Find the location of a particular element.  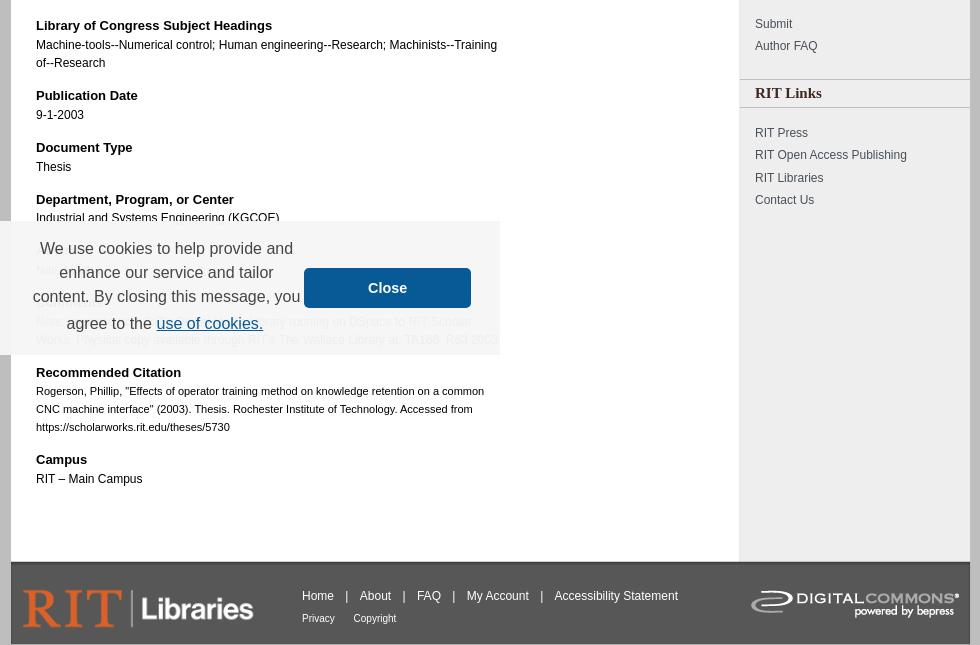

'FAQ' is located at coordinates (416, 595).